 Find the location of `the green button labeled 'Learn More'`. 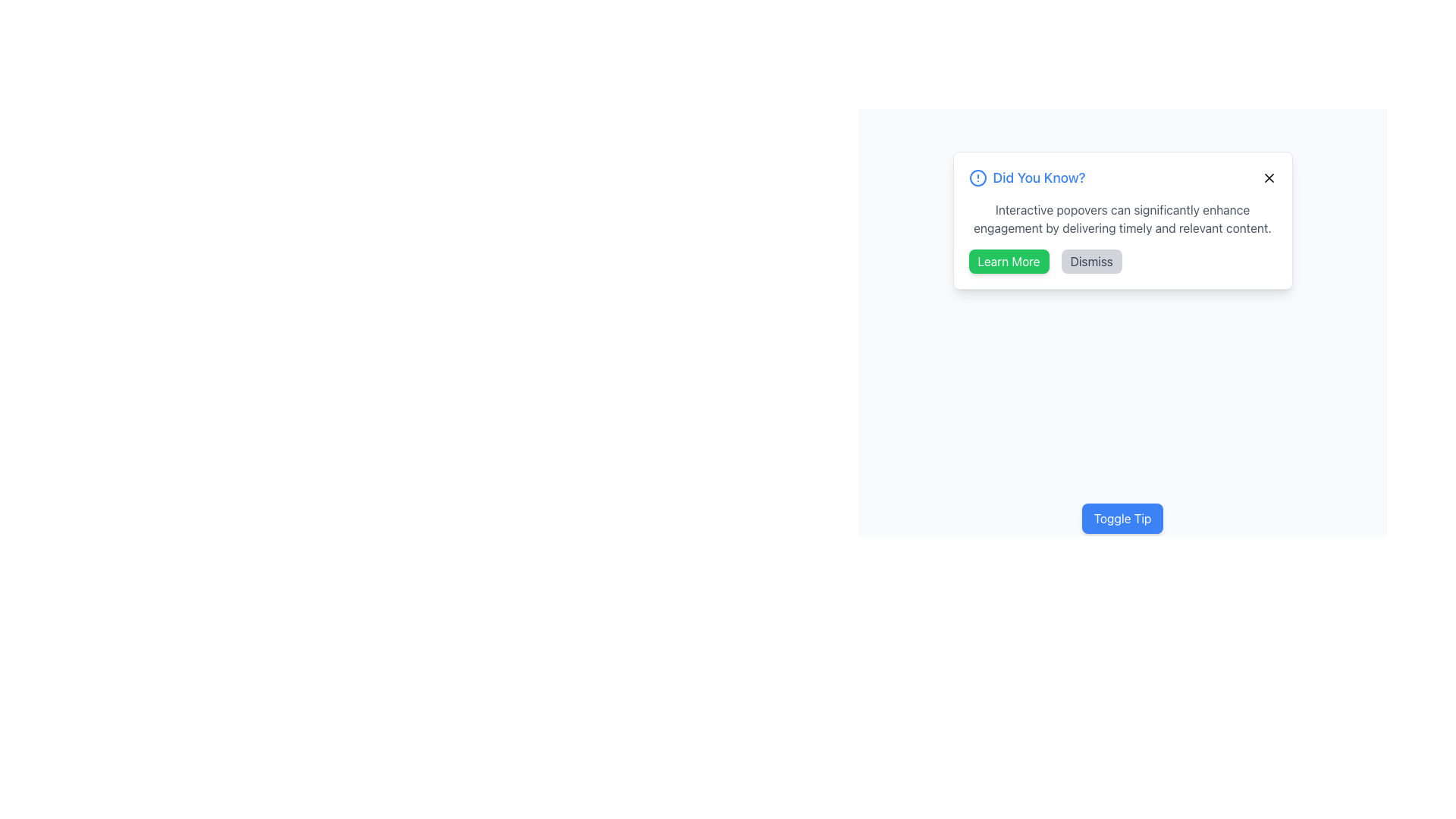

the green button labeled 'Learn More' is located at coordinates (1009, 260).